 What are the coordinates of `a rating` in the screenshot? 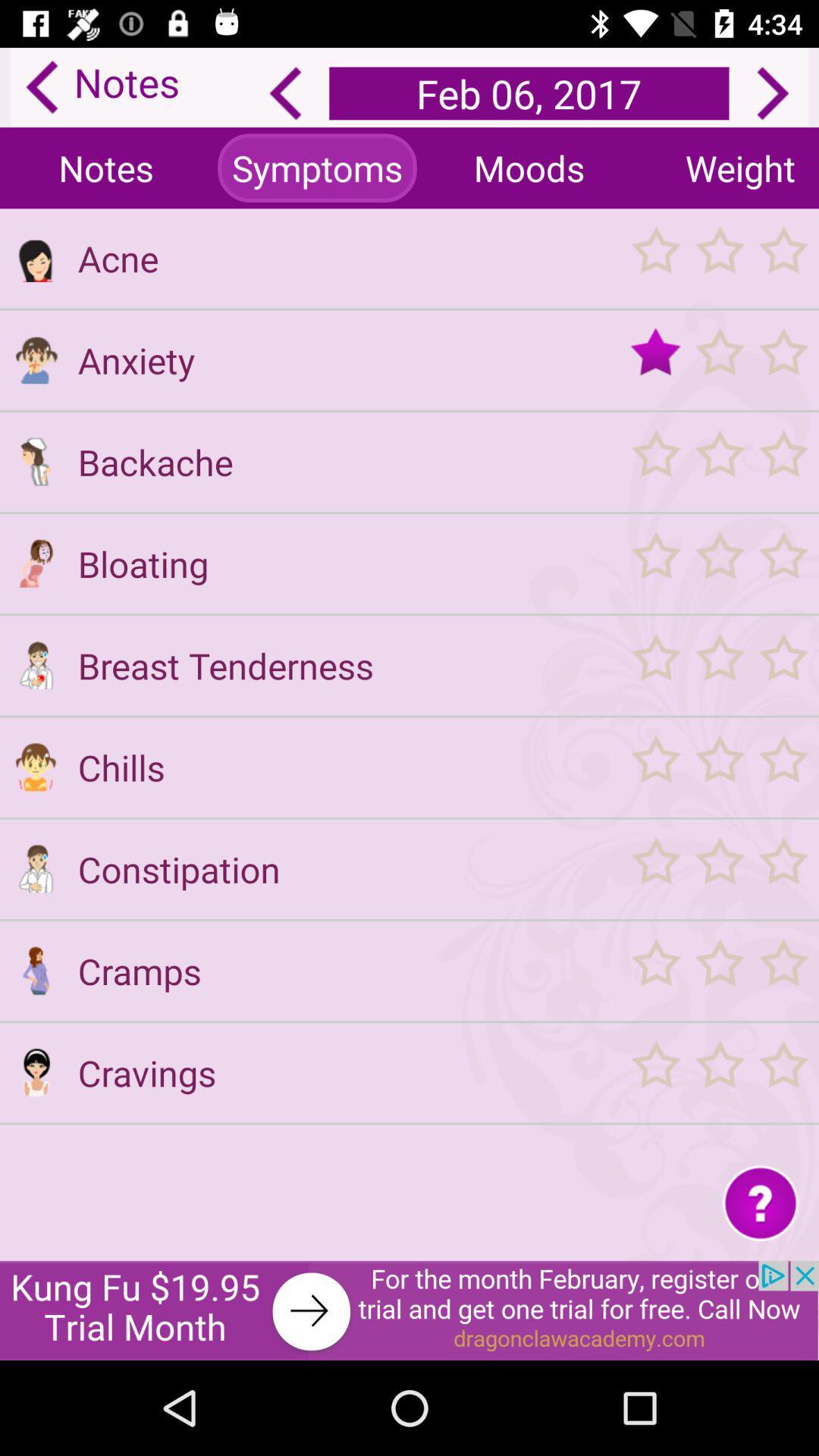 It's located at (718, 563).